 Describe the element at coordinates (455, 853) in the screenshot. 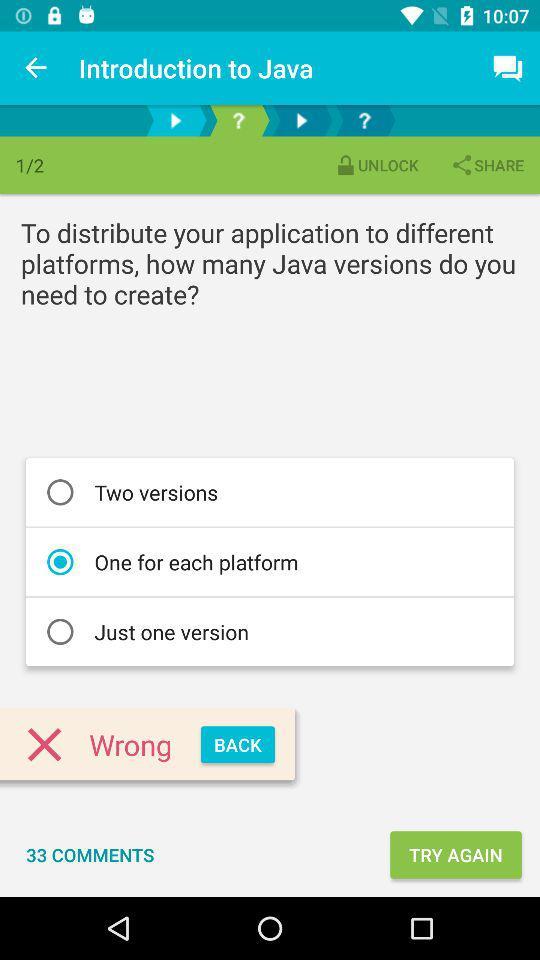

I see `the icon next to 33 comments item` at that location.